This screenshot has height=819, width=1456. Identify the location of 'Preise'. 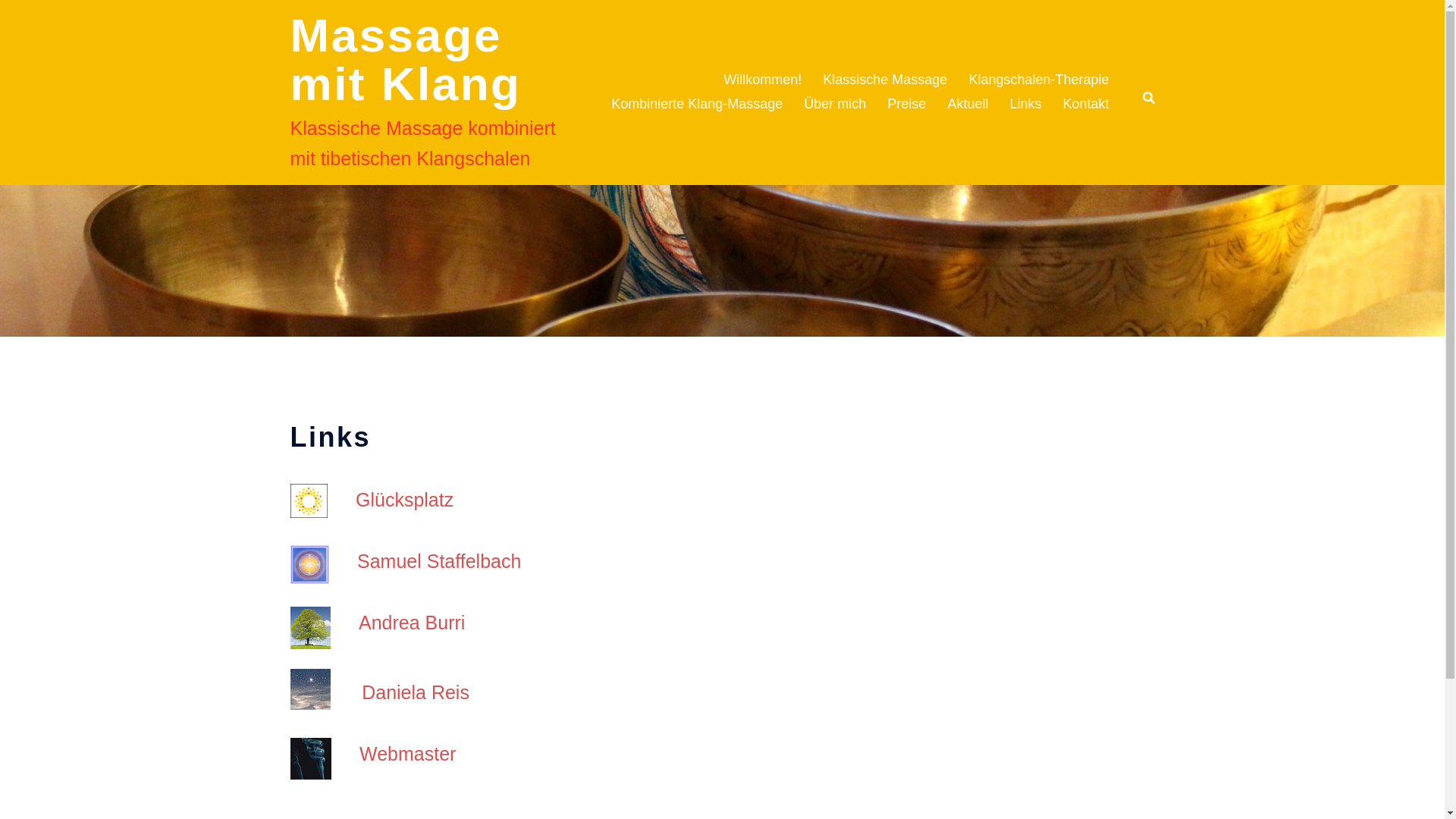
(906, 104).